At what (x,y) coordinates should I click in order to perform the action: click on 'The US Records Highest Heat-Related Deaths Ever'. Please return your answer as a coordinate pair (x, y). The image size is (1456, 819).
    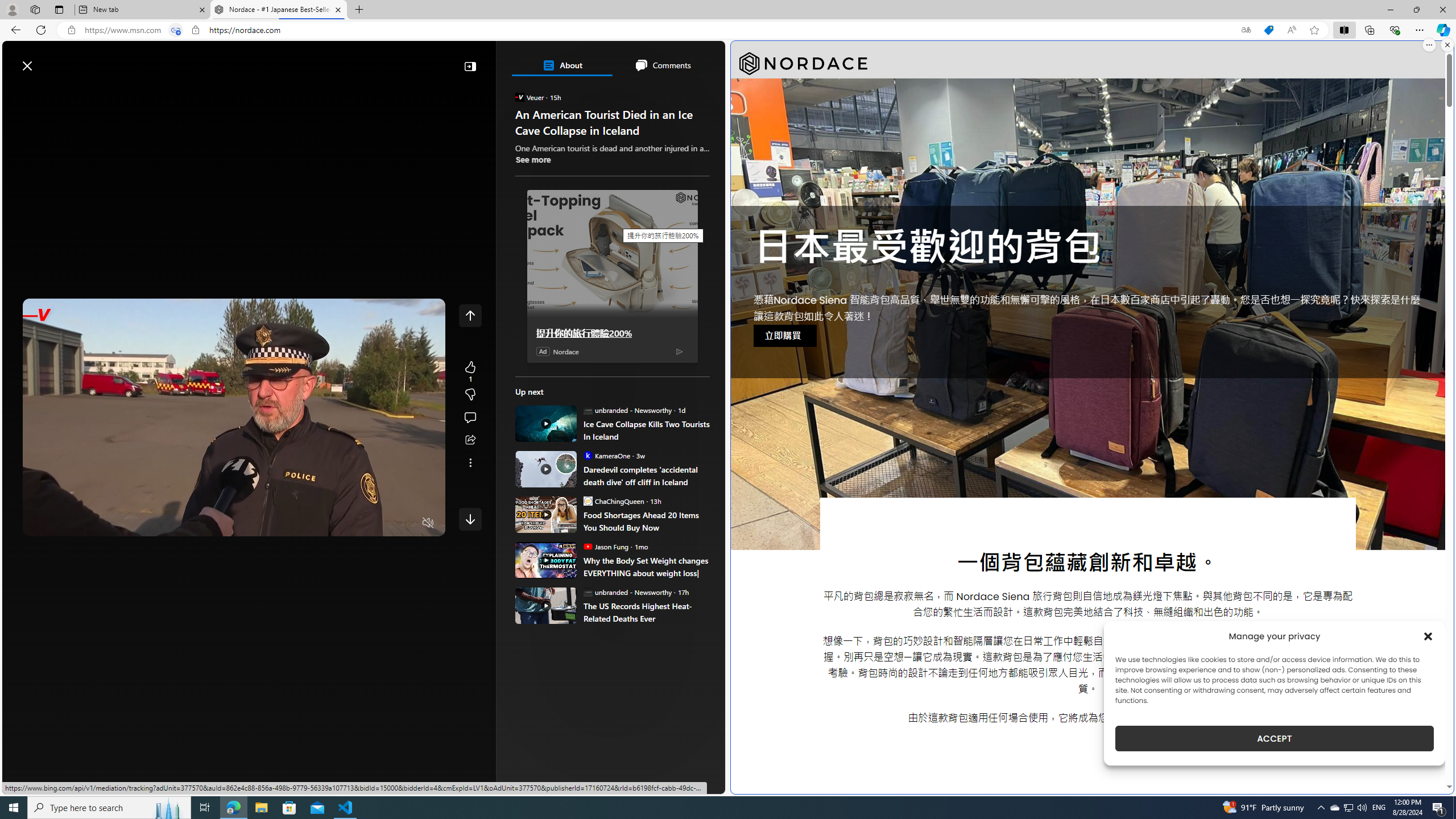
    Looking at the image, I should click on (646, 612).